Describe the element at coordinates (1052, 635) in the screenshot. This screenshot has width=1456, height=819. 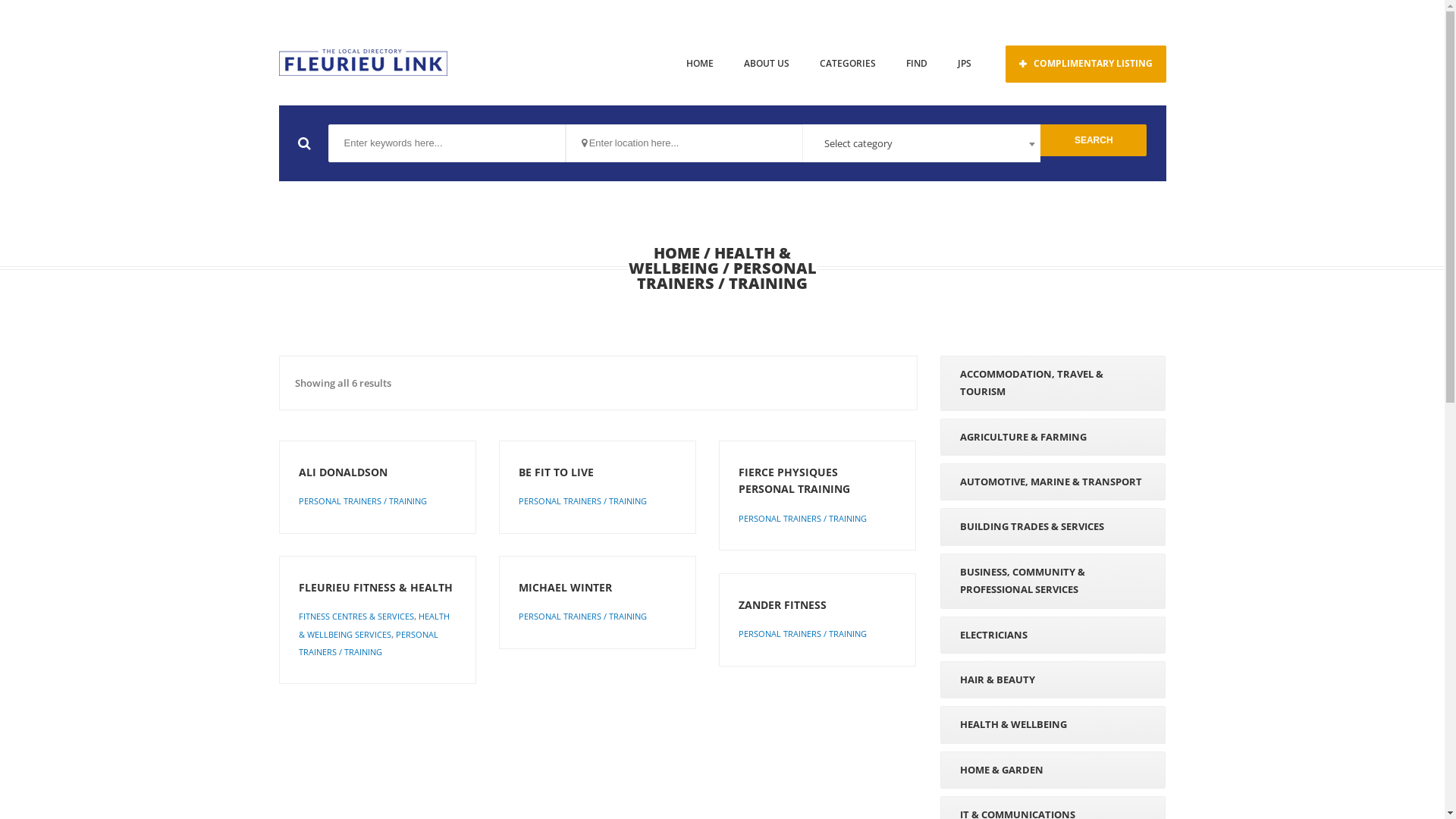
I see `'ELECTRICIANS'` at that location.